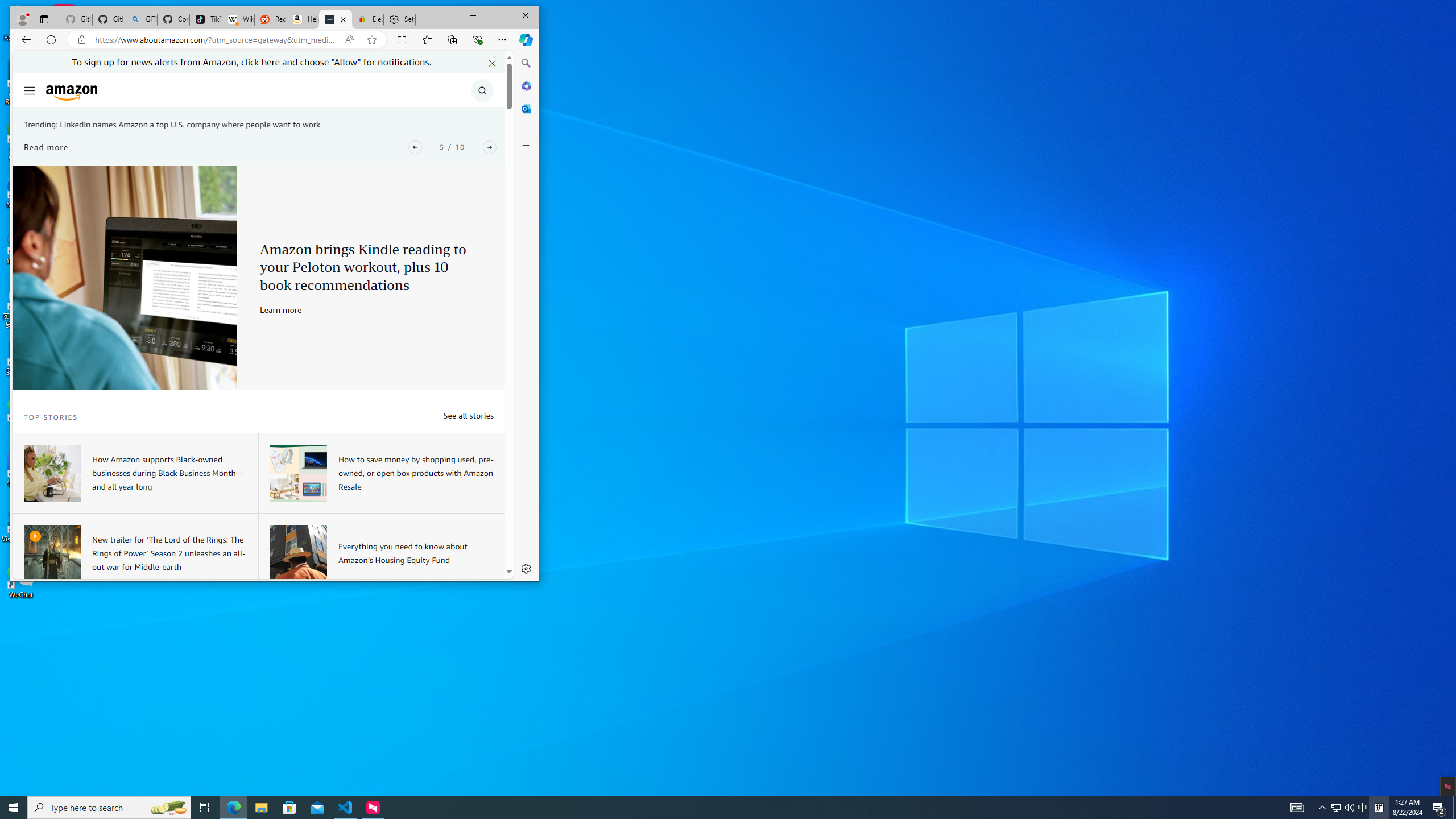  I want to click on 'Help & Contact Us - Amazon Customer Service', so click(303, 19).